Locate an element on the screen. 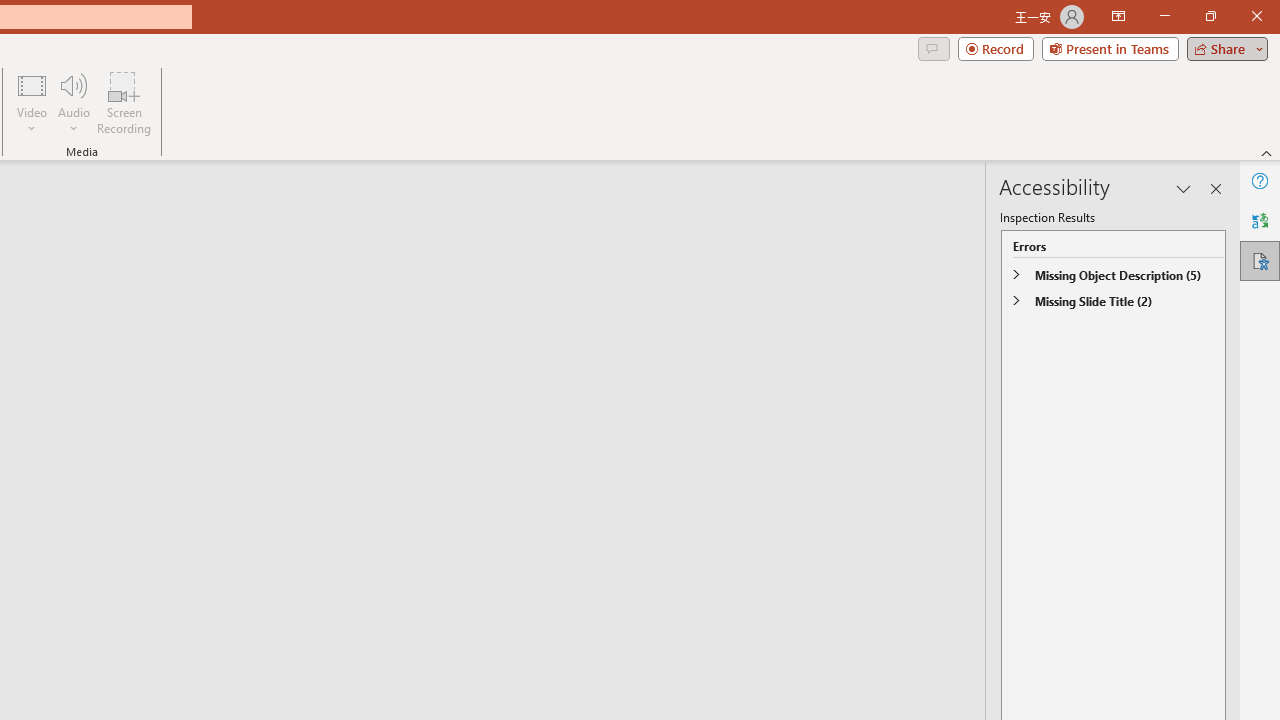 This screenshot has height=720, width=1280. 'Video' is located at coordinates (32, 103).